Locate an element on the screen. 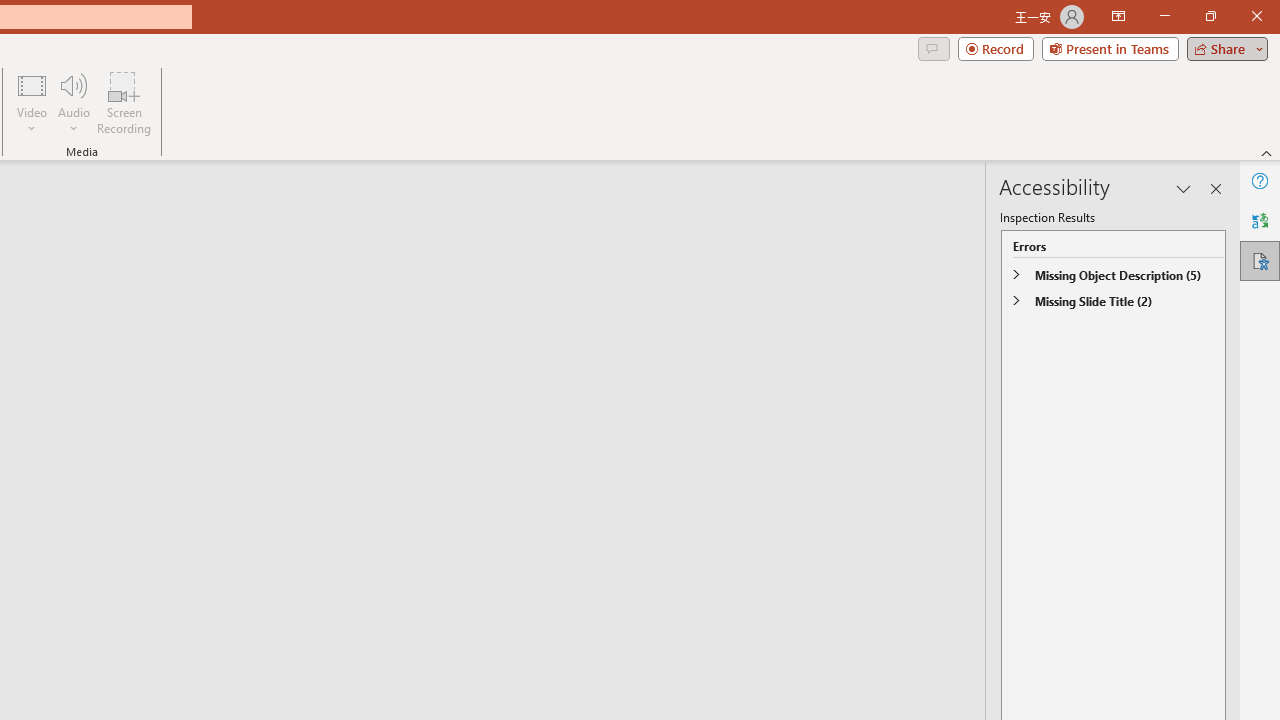 This screenshot has height=720, width=1280. 'Video' is located at coordinates (32, 103).